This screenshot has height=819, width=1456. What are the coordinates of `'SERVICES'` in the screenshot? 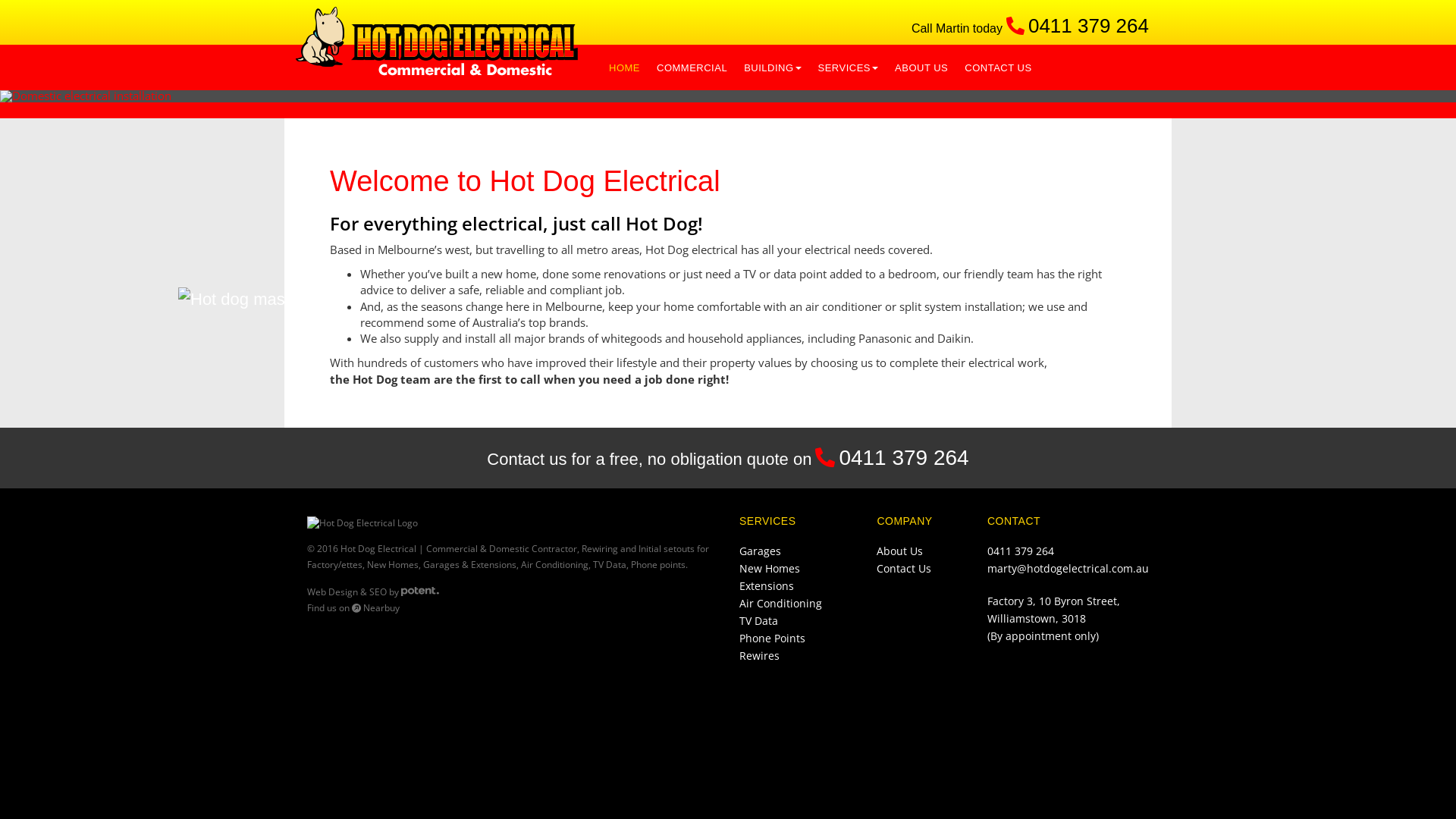 It's located at (847, 66).